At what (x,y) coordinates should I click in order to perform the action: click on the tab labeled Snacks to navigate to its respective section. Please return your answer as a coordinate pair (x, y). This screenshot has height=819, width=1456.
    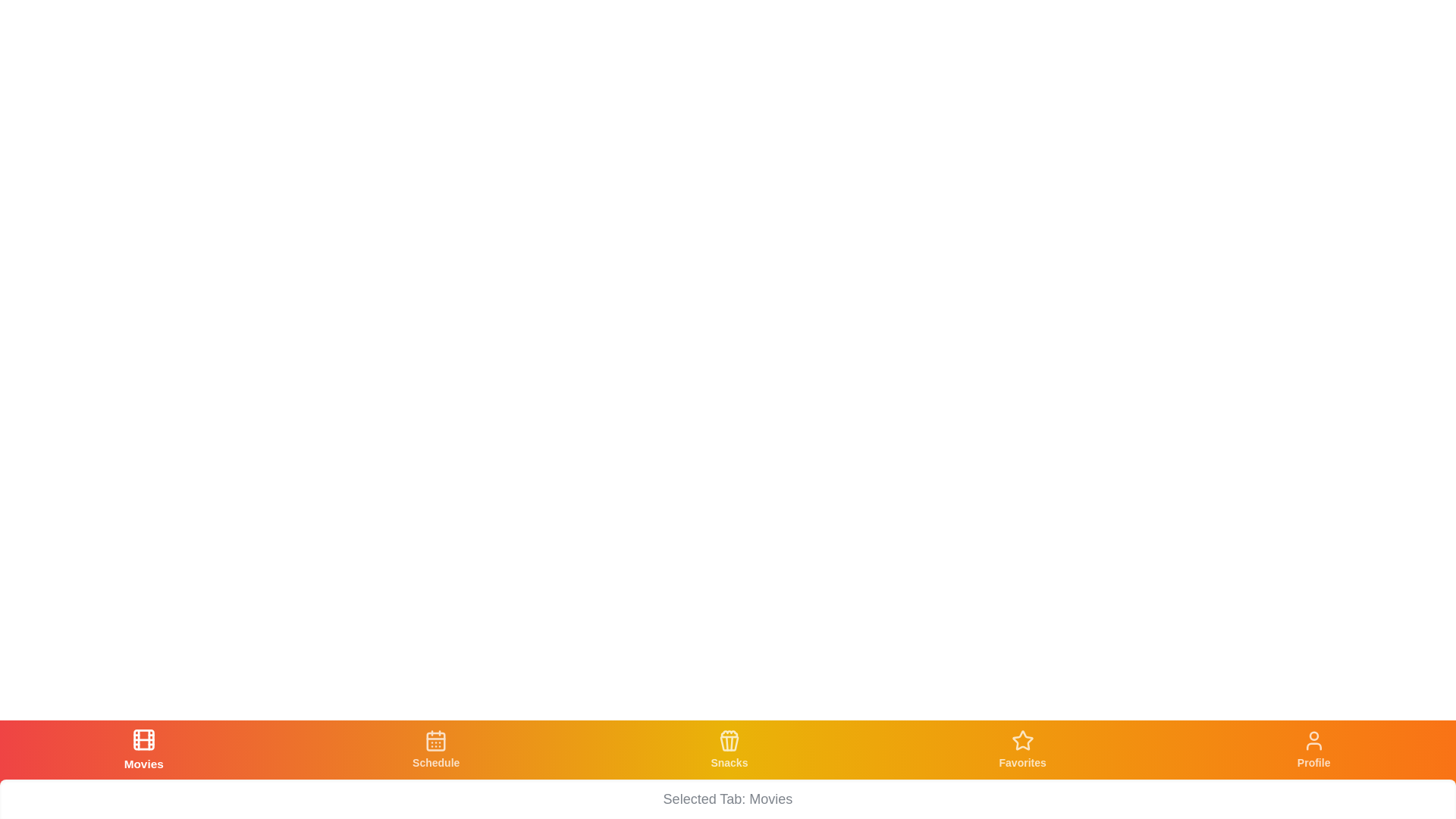
    Looking at the image, I should click on (728, 748).